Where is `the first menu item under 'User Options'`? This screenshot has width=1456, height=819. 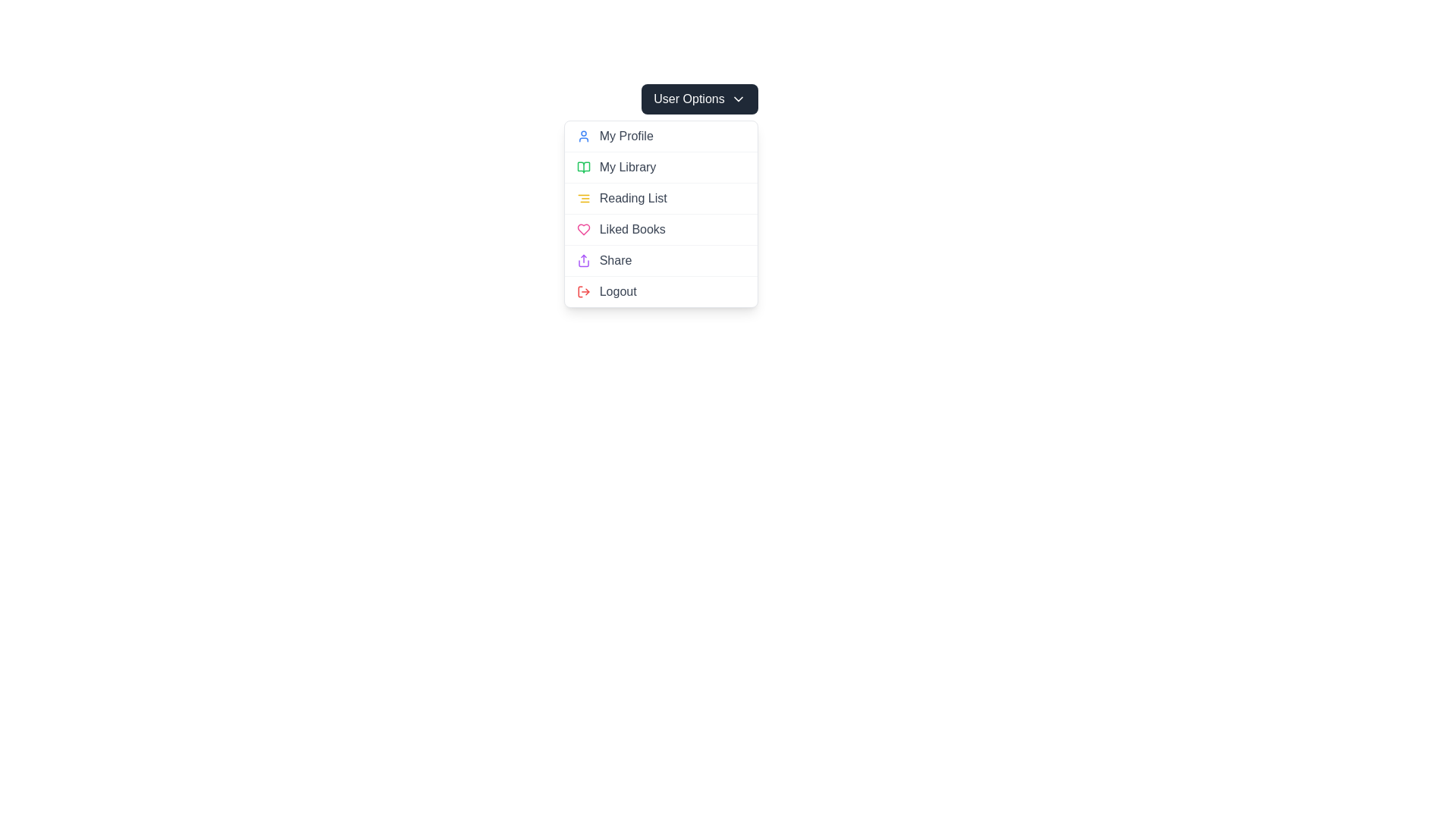
the first menu item under 'User Options' is located at coordinates (661, 136).